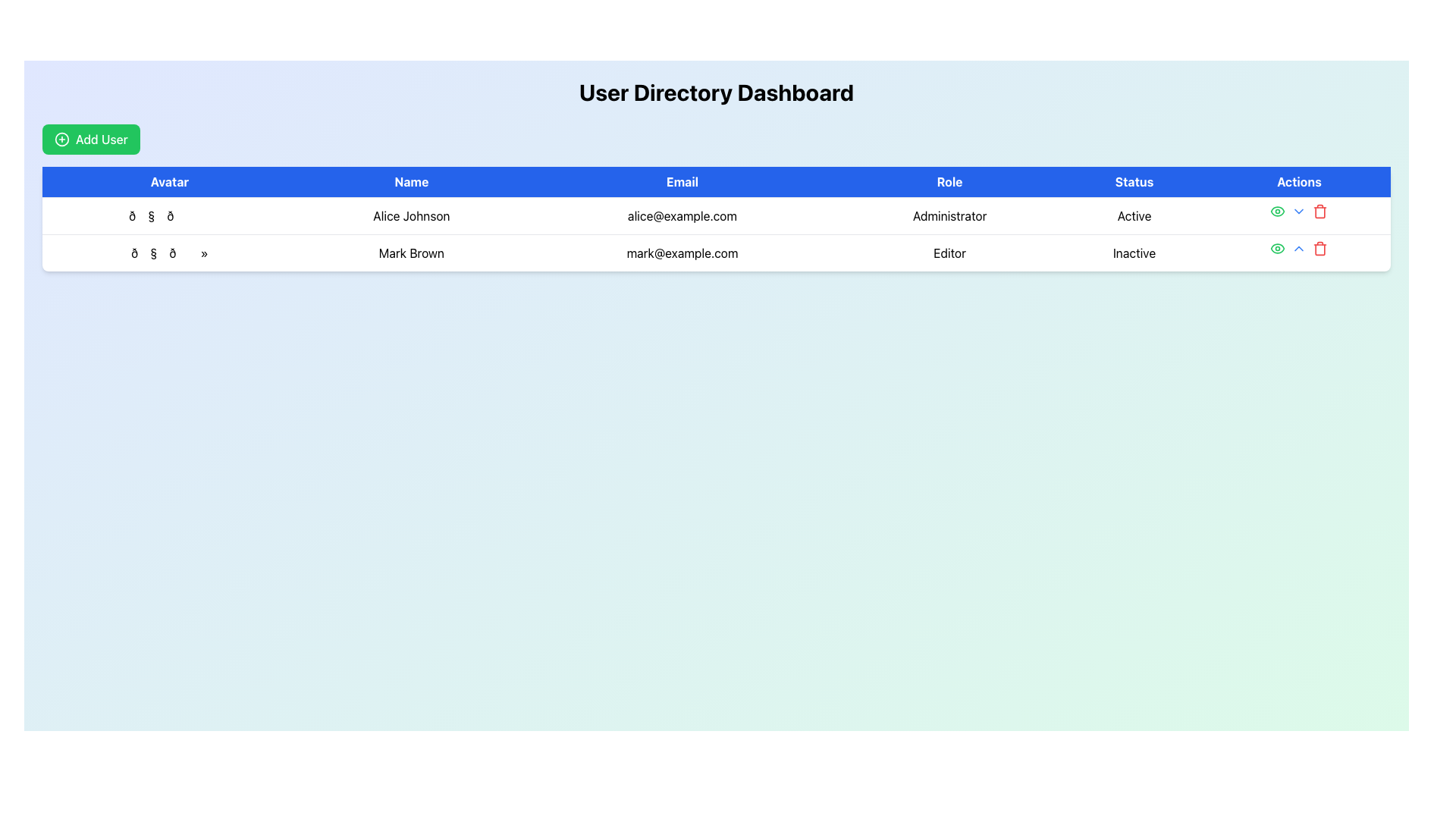 The width and height of the screenshot is (1456, 819). I want to click on text of the centered, bold headline displaying 'User Directory Dashboard', which is located at the top-center of the interface, so click(716, 93).